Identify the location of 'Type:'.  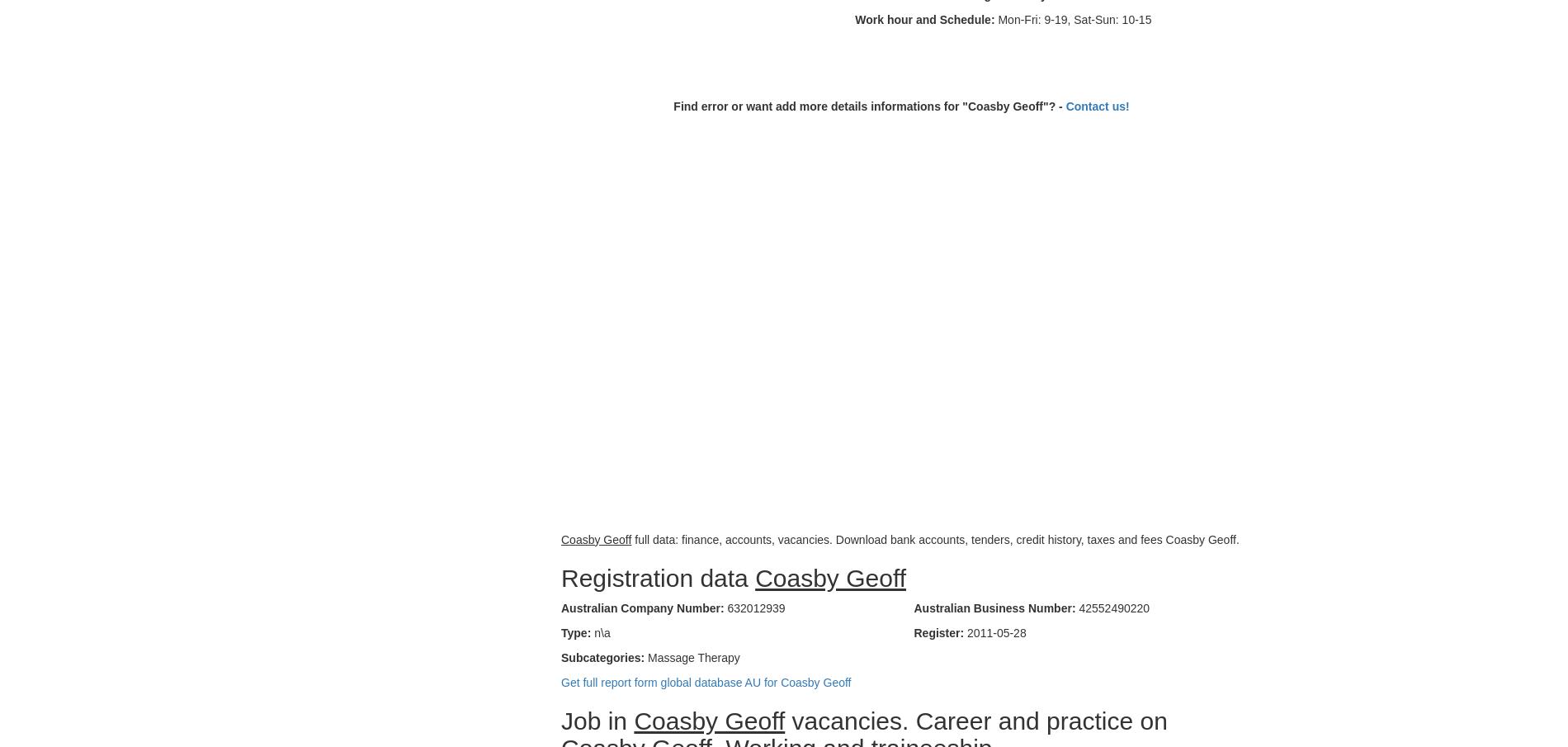
(561, 631).